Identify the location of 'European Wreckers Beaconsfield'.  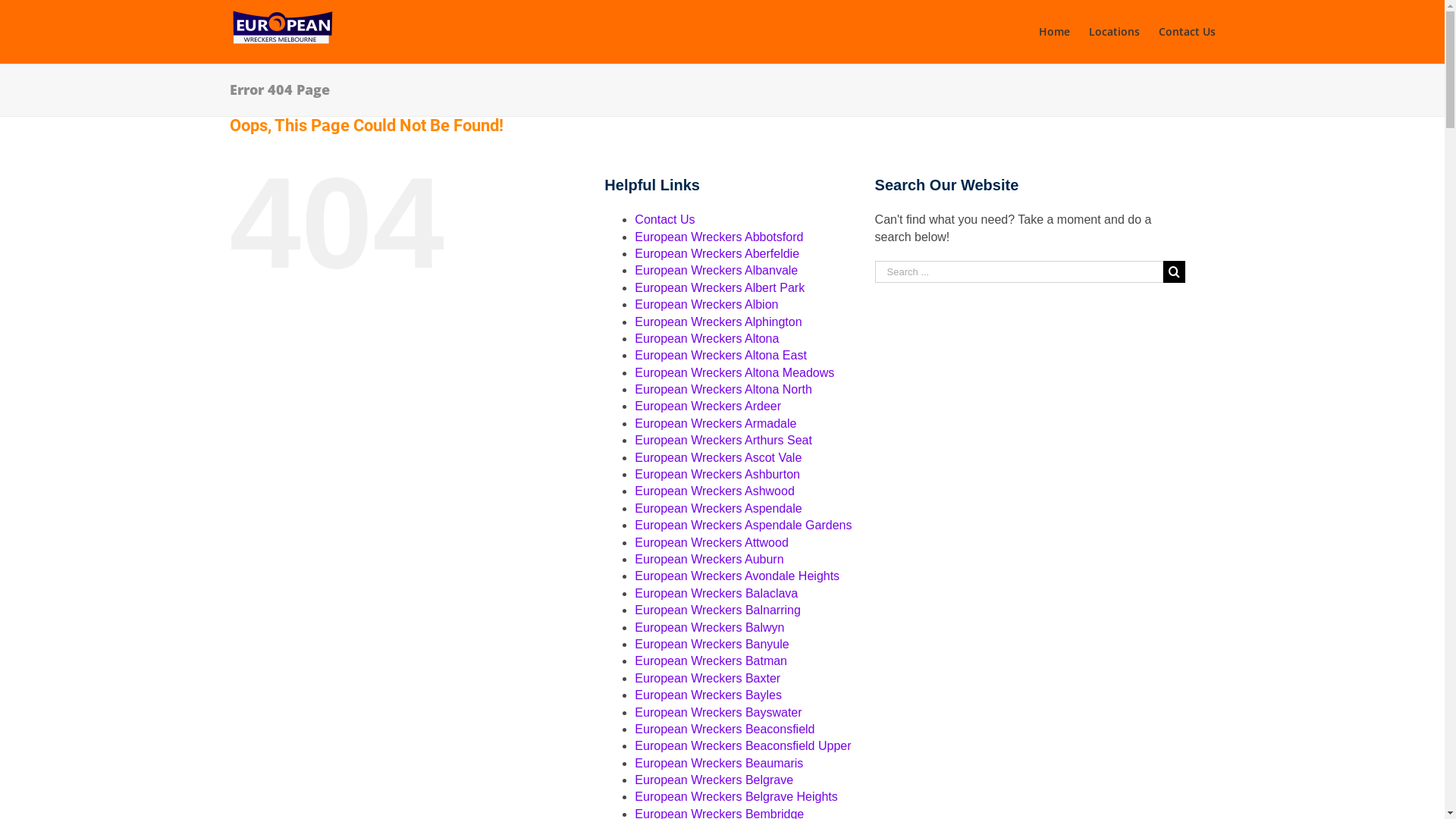
(723, 728).